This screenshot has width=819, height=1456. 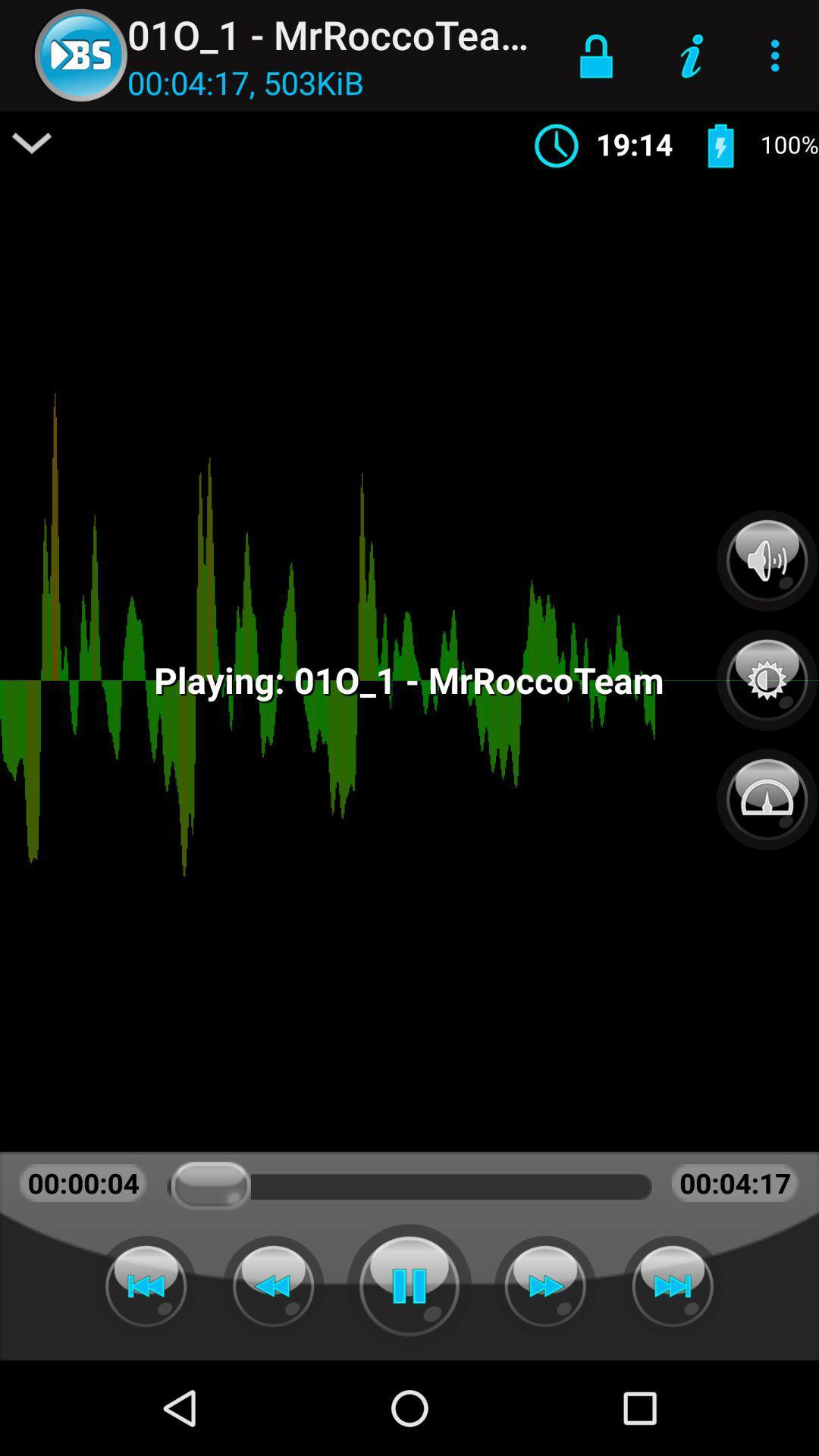 What do you see at coordinates (767, 790) in the screenshot?
I see `the emoji icon` at bounding box center [767, 790].